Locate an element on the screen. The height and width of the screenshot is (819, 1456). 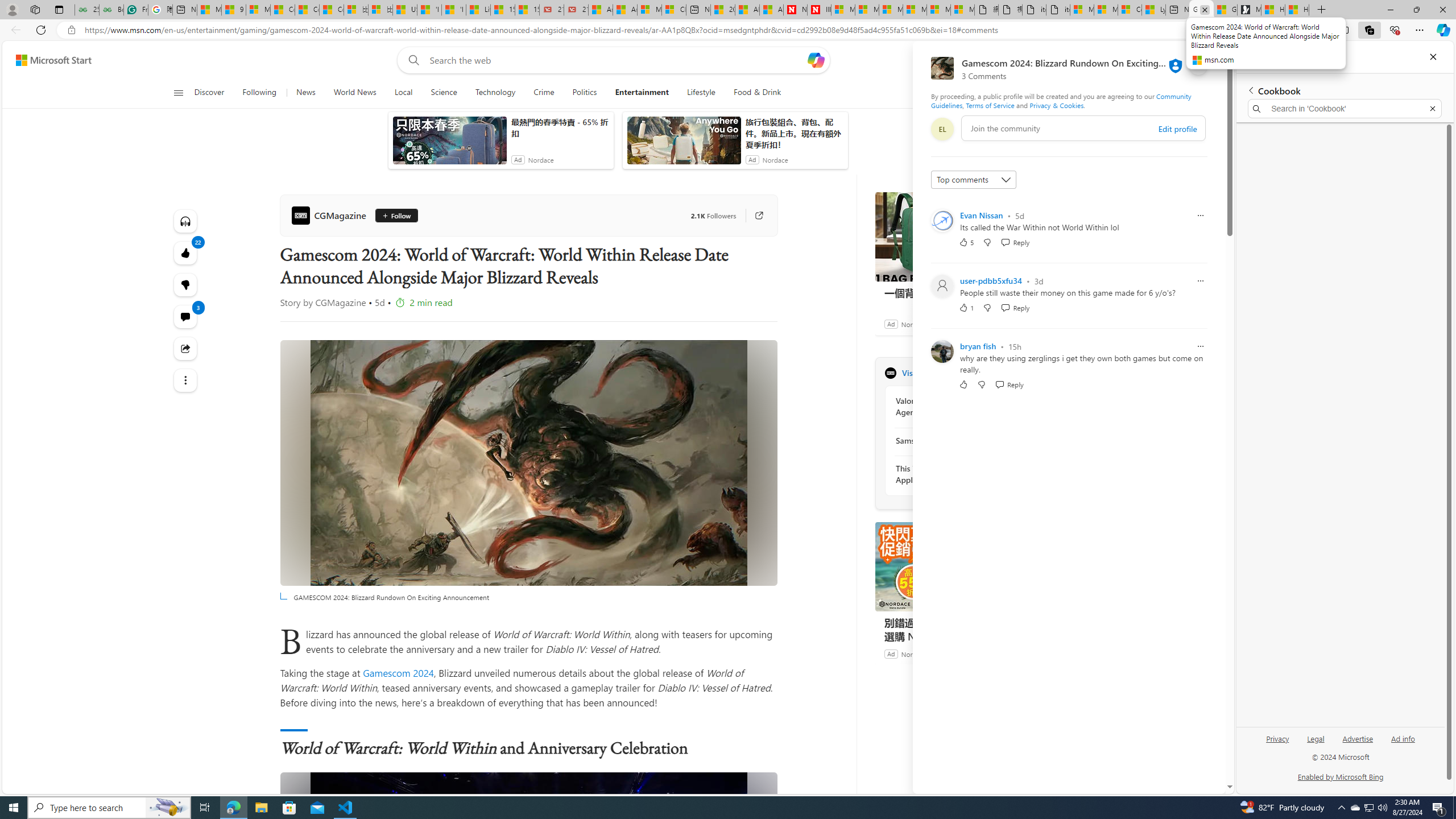
'Cloud Computing Services | Microsoft Azure' is located at coordinates (674, 9).